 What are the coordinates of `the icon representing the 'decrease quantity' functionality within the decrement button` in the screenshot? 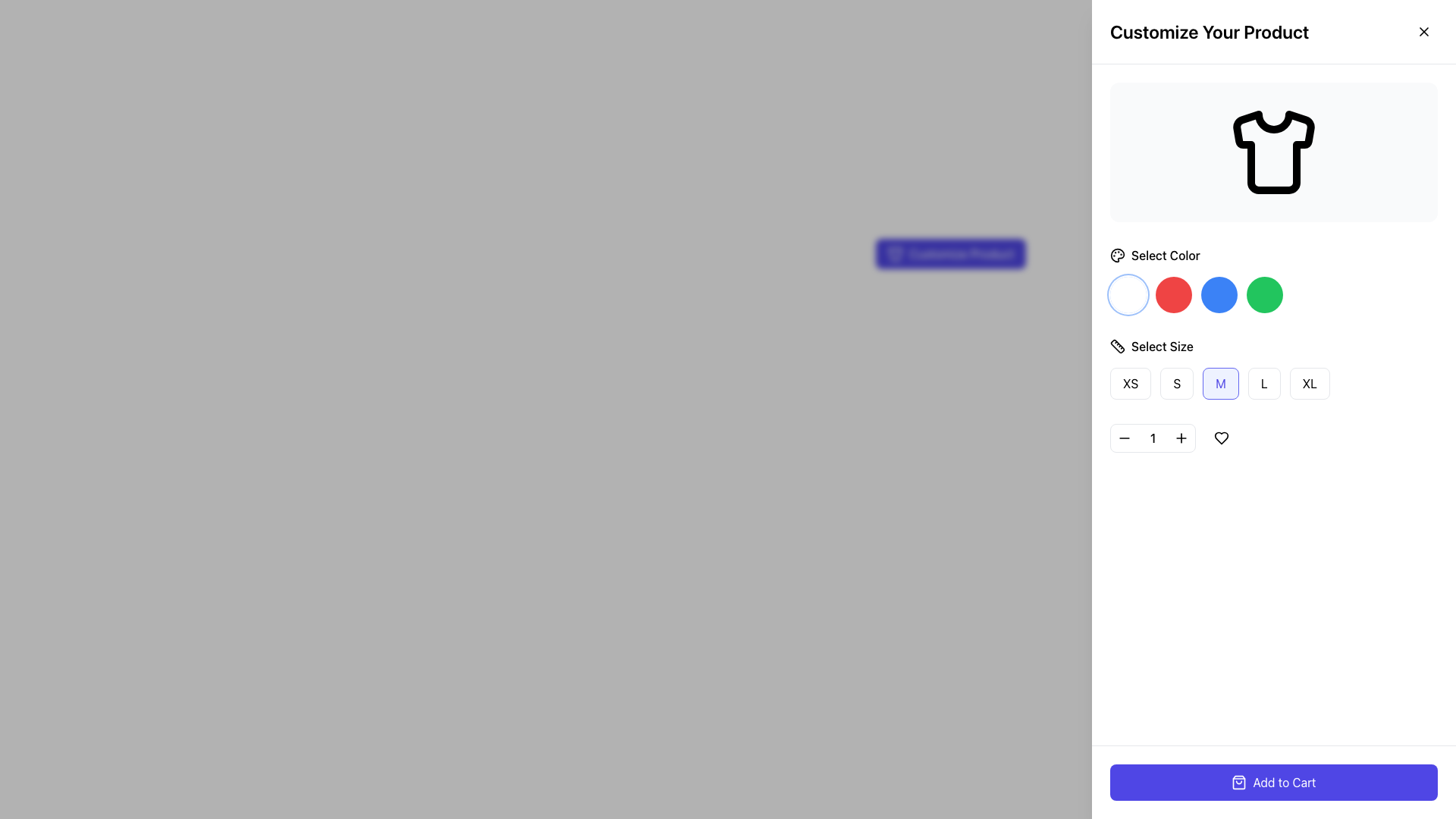 It's located at (1125, 438).